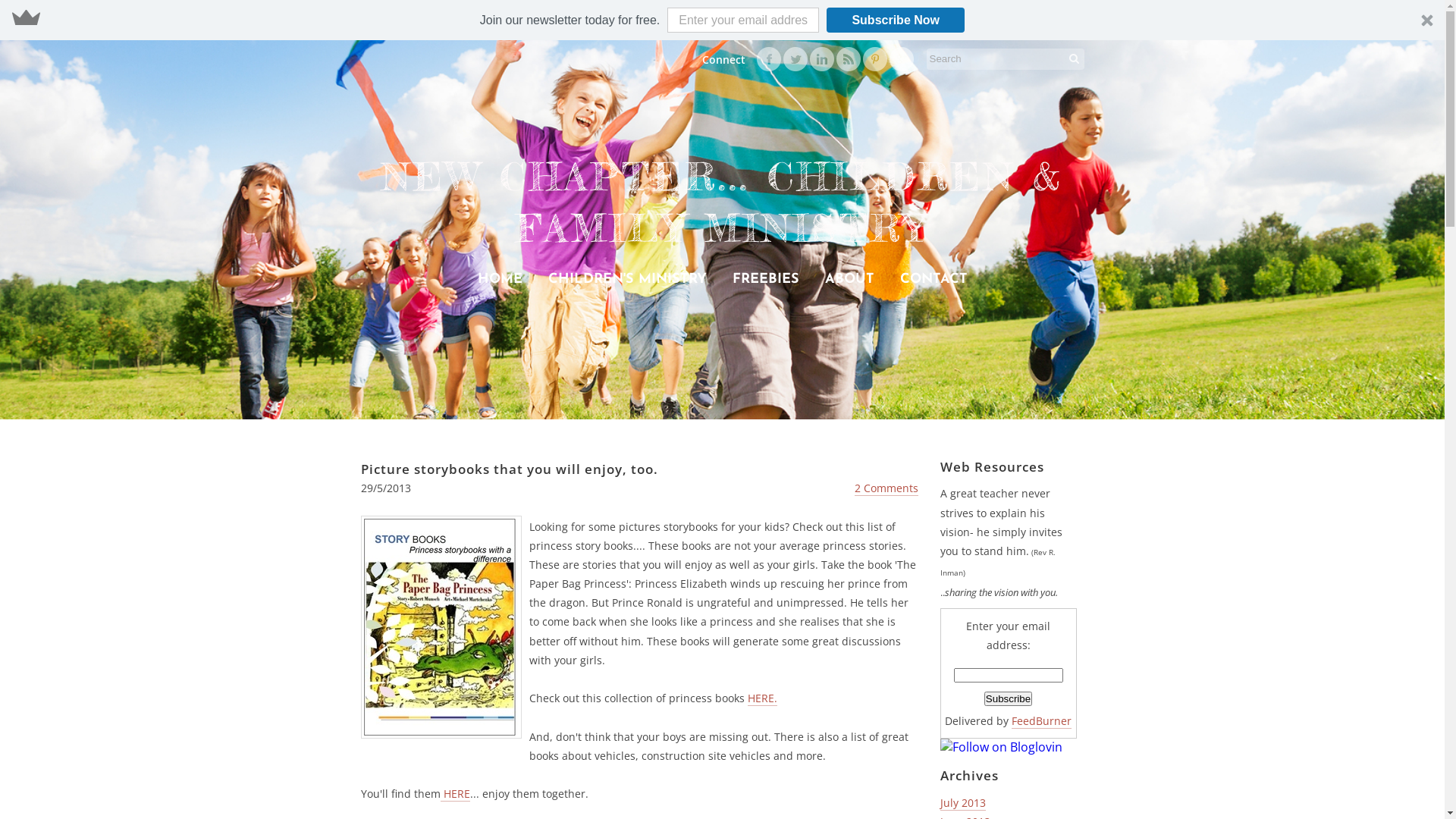  I want to click on '2 Comments', so click(885, 488).